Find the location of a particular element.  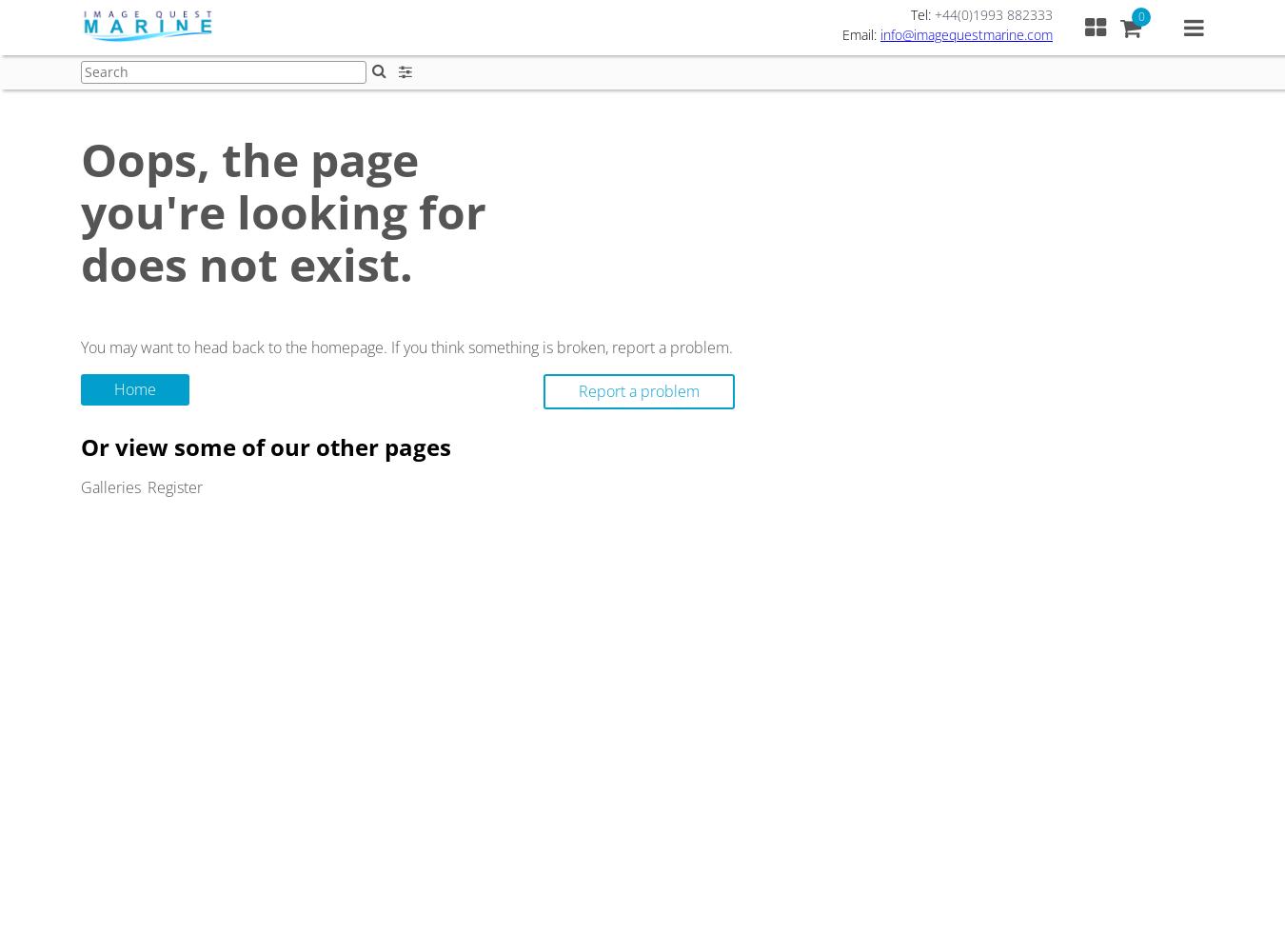

'Oops, the page you're looking for does not exist.' is located at coordinates (282, 210).